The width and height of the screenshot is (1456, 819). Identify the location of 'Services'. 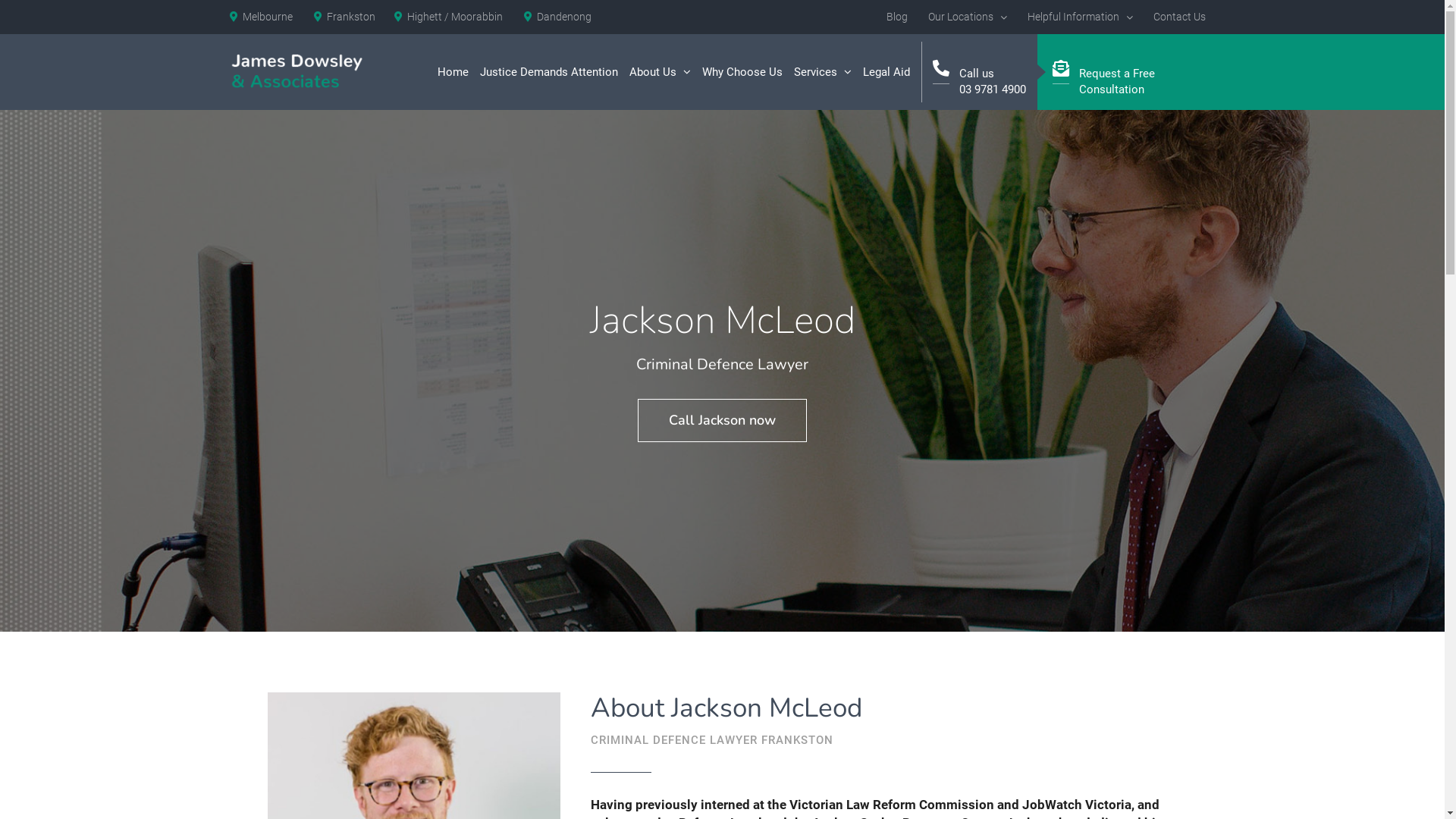
(821, 72).